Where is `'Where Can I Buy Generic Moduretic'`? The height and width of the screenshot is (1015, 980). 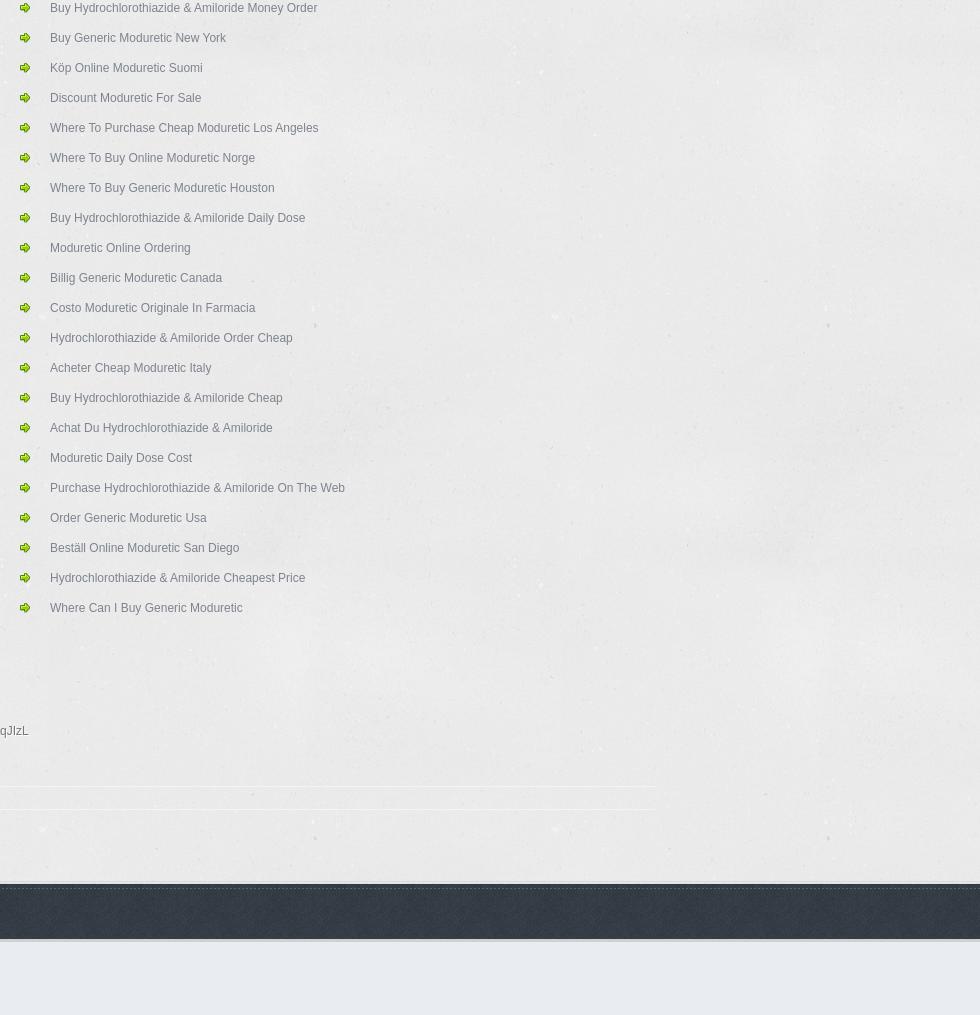 'Where Can I Buy Generic Moduretic' is located at coordinates (146, 606).